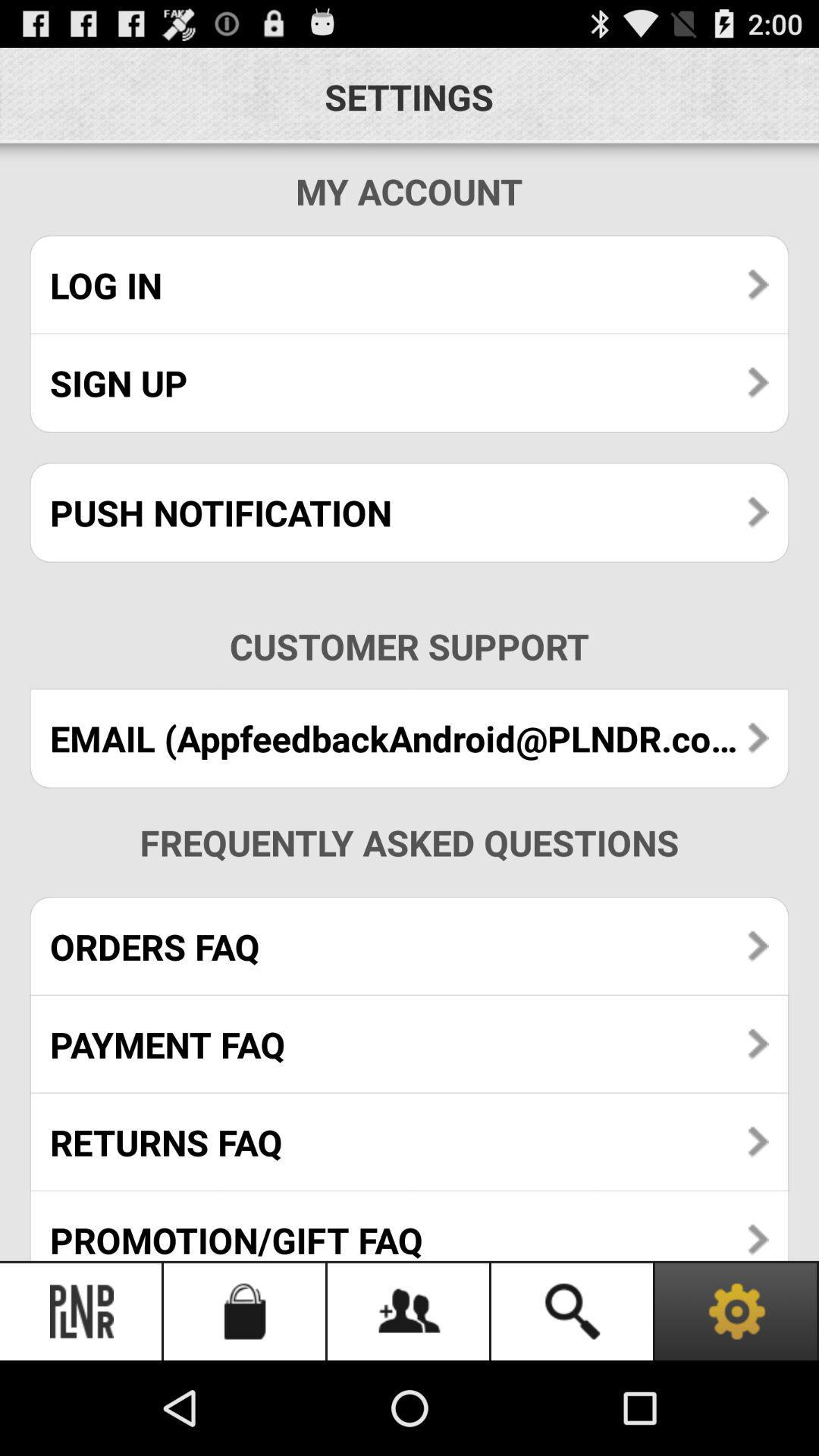 The height and width of the screenshot is (1456, 819). I want to click on push notification item, so click(409, 513).